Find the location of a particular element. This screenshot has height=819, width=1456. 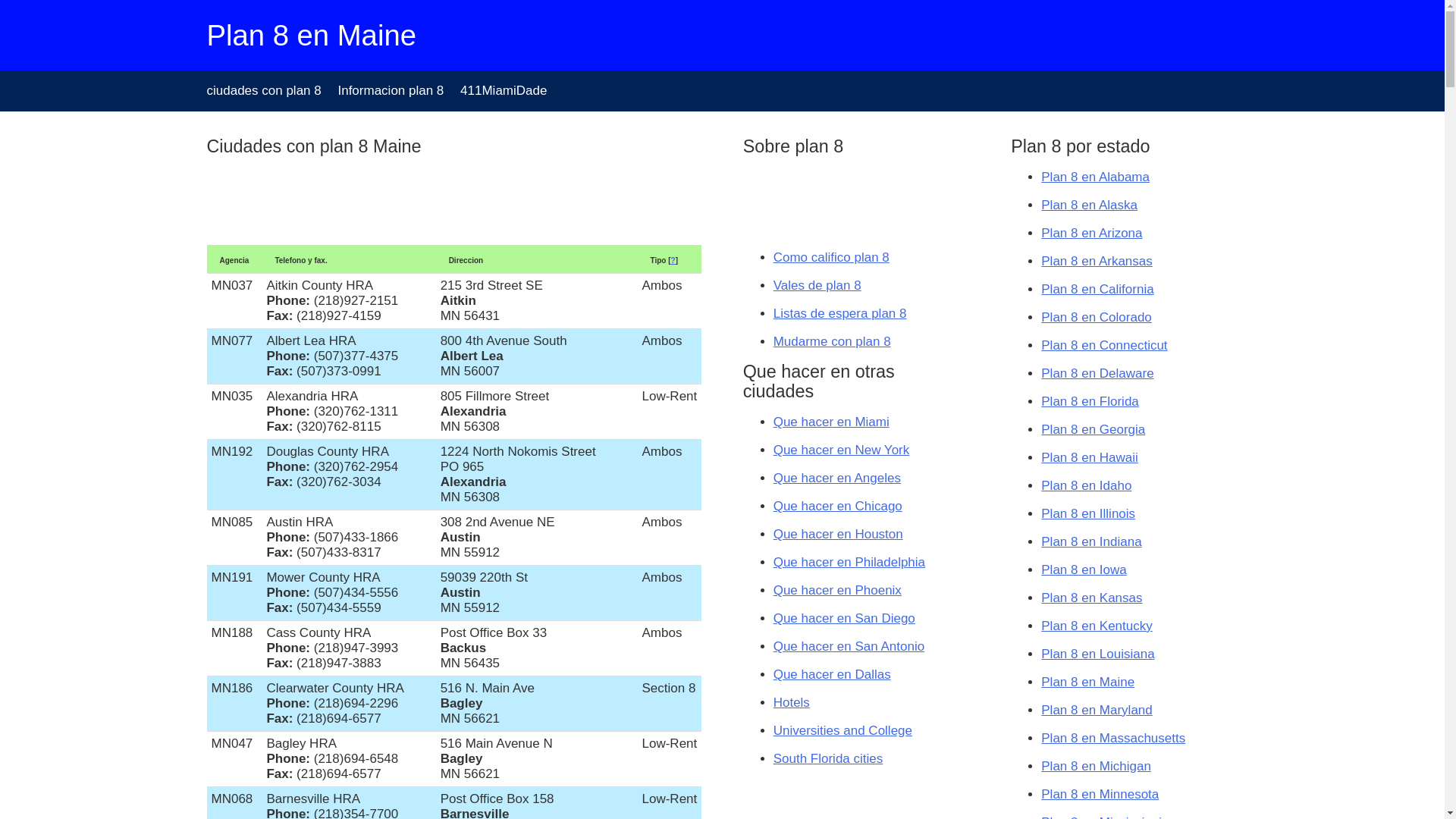

'Vales de plan 8' is located at coordinates (817, 285).